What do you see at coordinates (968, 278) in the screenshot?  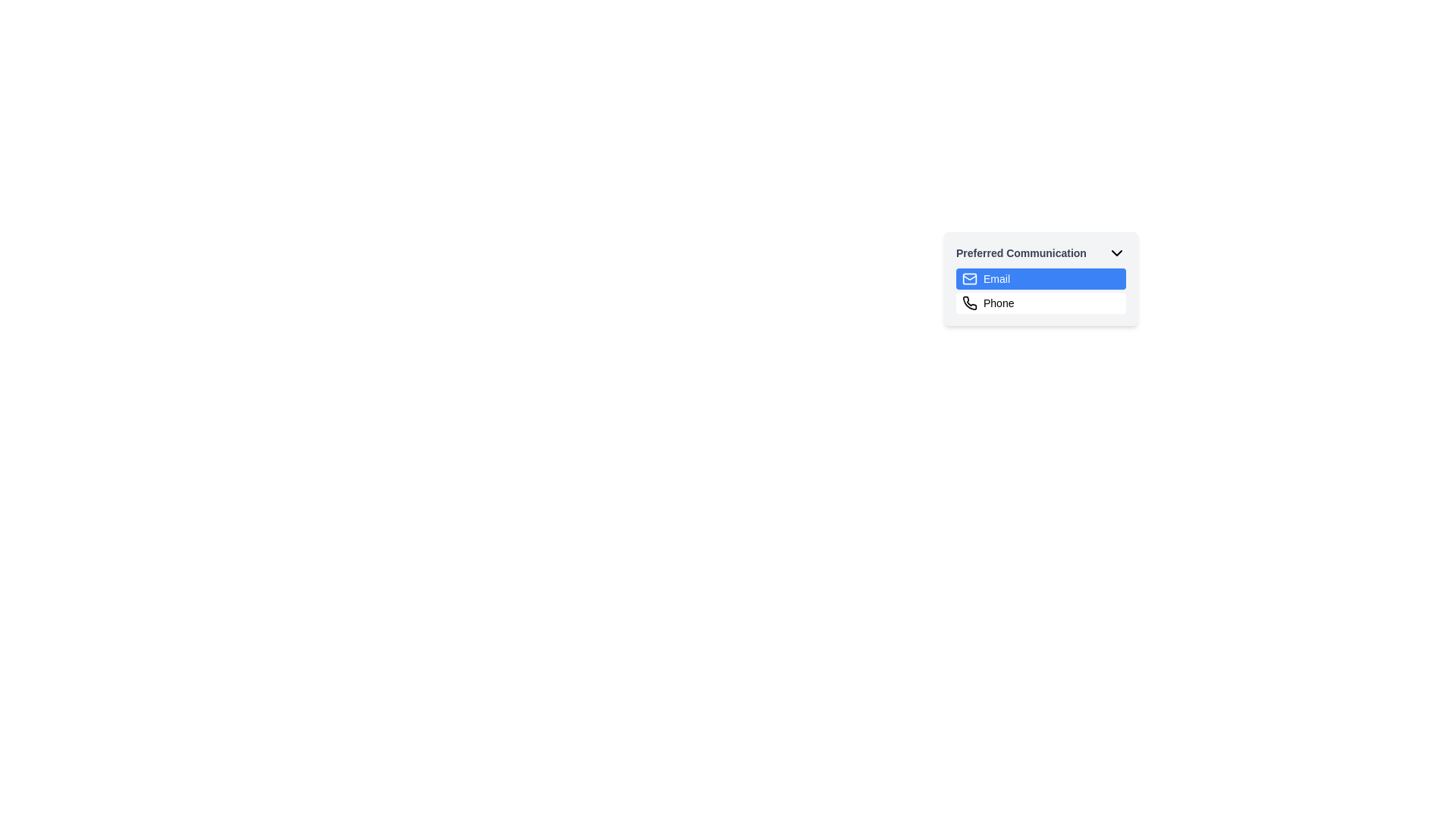 I see `the Email icon component in the Preferred Communication dropdown menu, which is represented by an SVG rectangle in the top-left region` at bounding box center [968, 278].